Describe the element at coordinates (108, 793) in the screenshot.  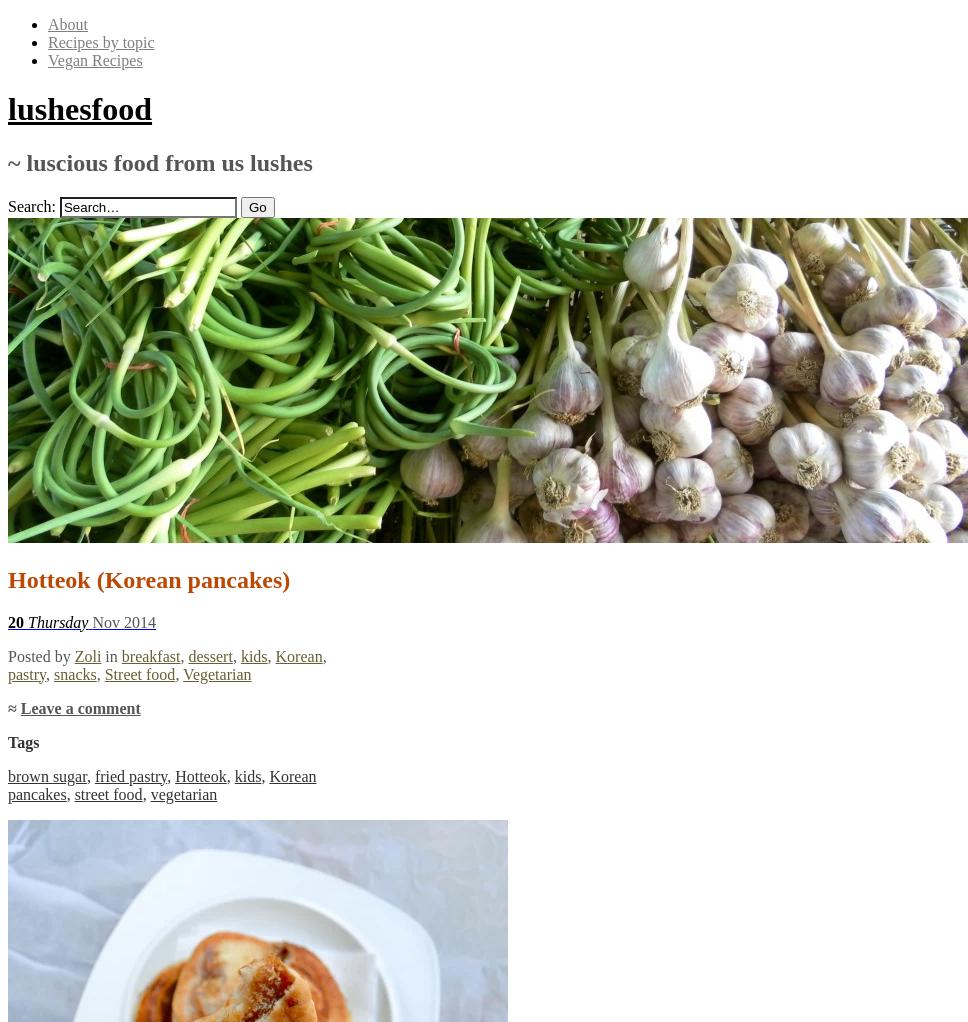
I see `'street food'` at that location.